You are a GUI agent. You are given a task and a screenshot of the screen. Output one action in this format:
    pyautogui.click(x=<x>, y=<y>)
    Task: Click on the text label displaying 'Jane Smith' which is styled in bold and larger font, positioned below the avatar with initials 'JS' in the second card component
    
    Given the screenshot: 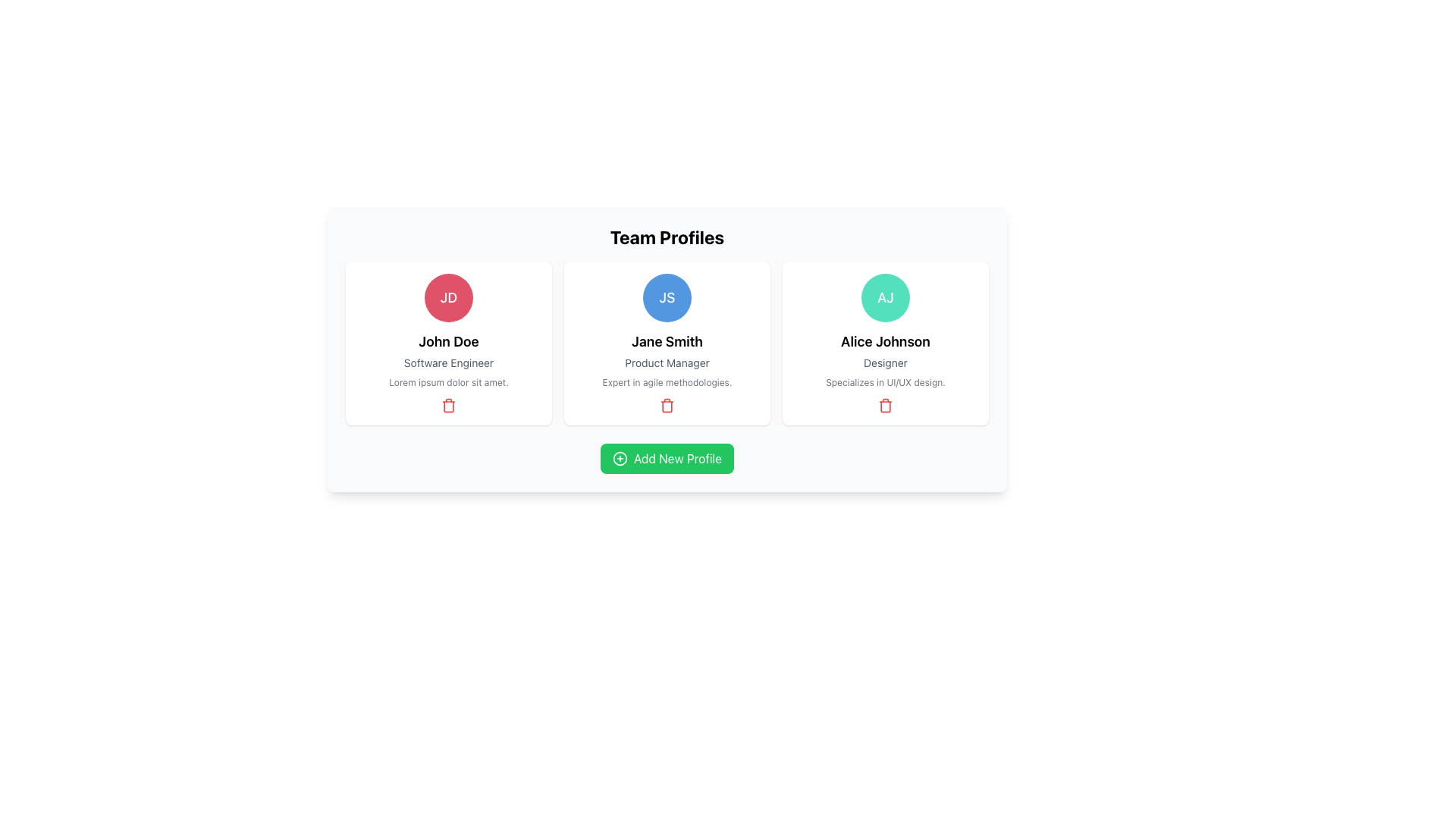 What is the action you would take?
    pyautogui.click(x=667, y=342)
    